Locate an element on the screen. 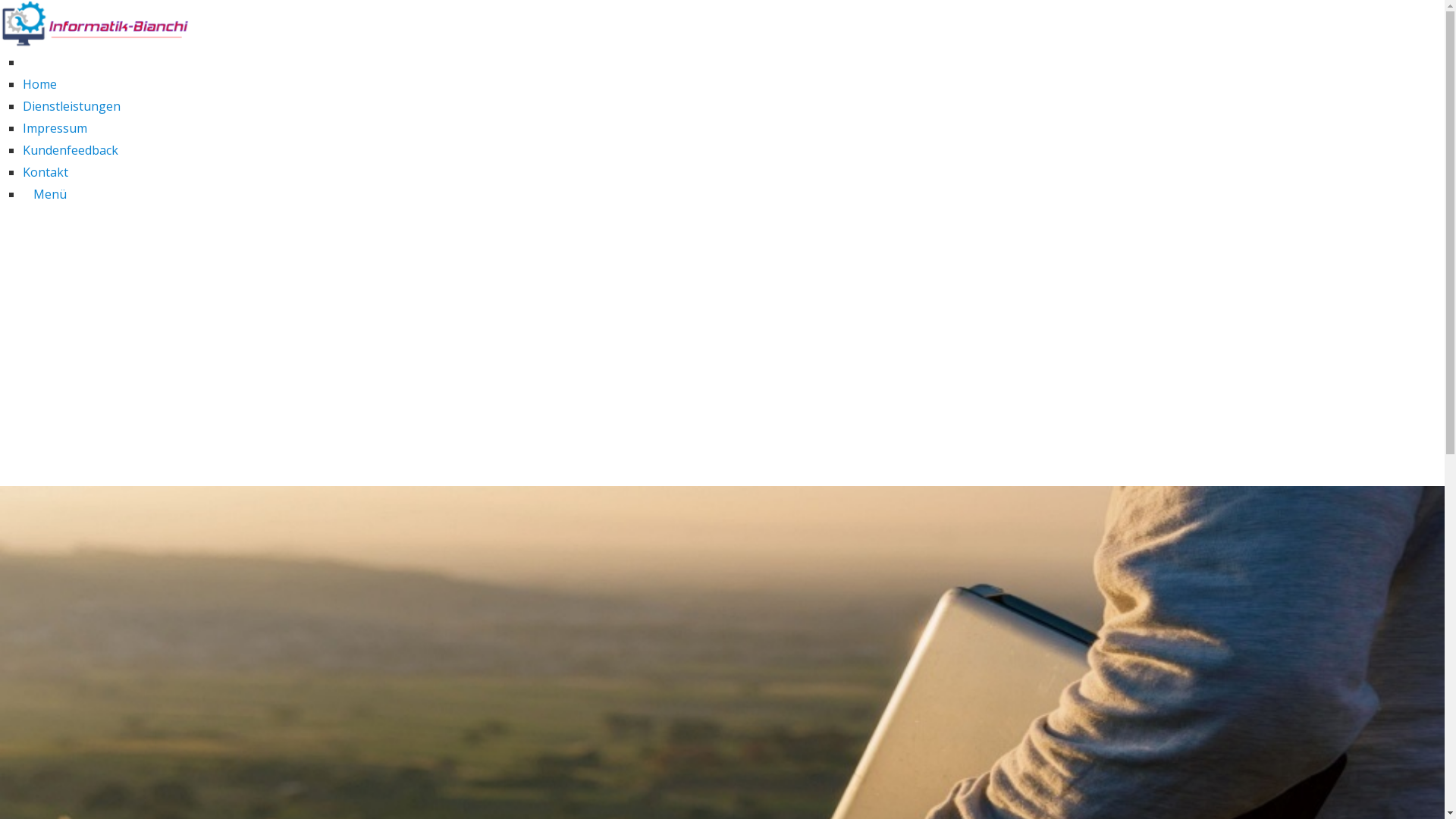 This screenshot has width=1456, height=819. 'Impressum' is located at coordinates (55, 127).